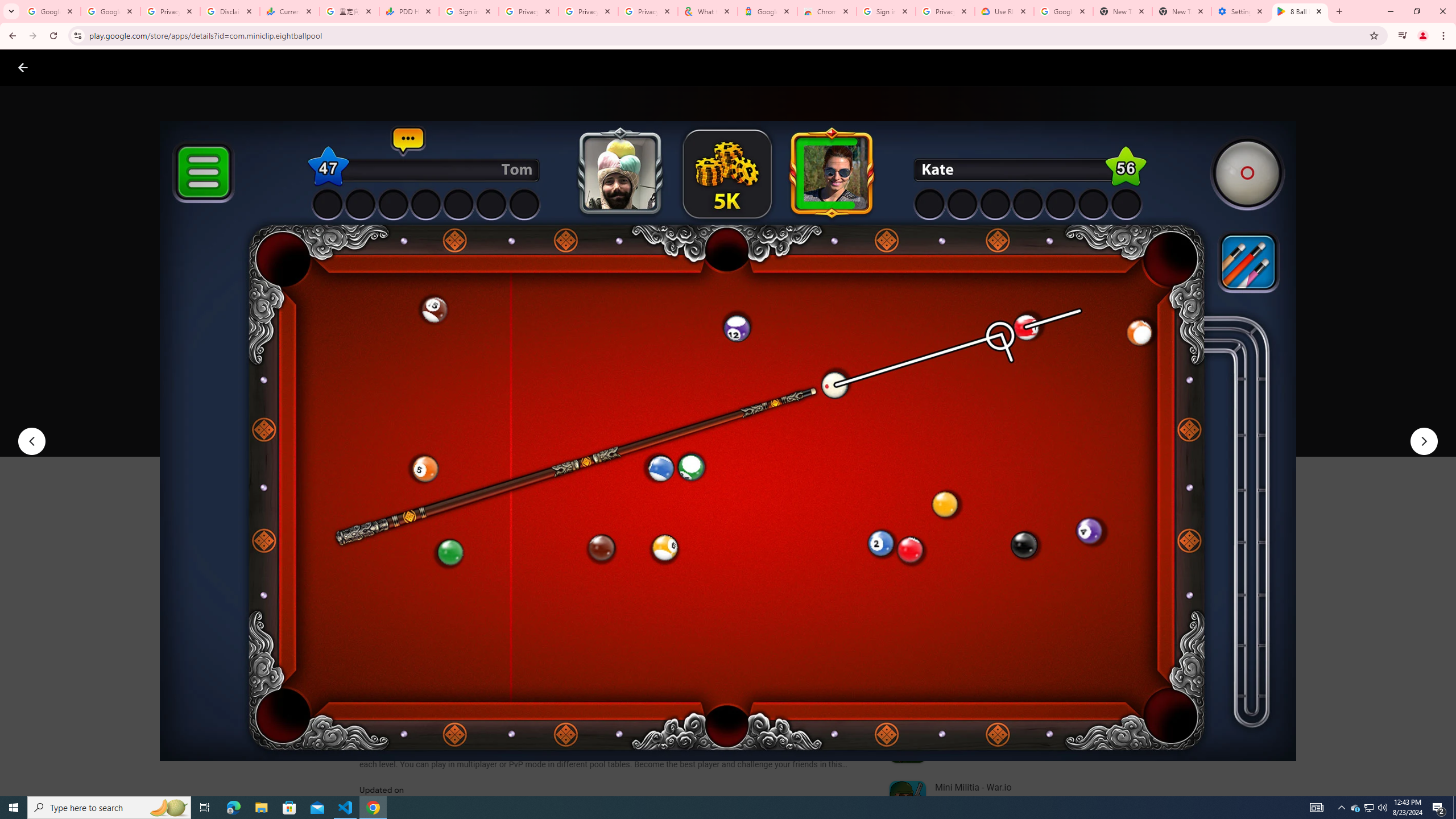 This screenshot has width=1456, height=819. I want to click on 'Google Play logo', so click(63, 67).